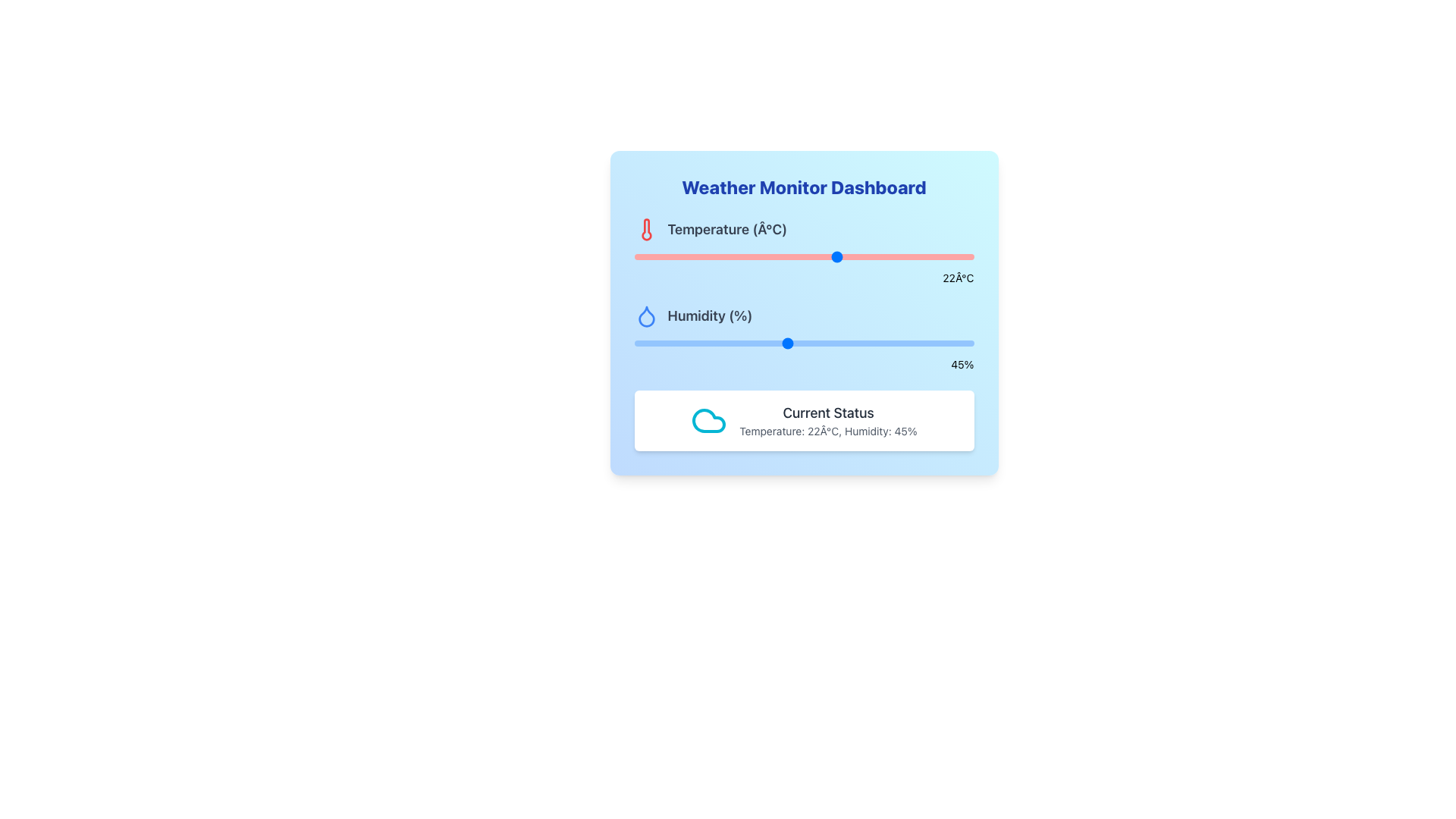  What do you see at coordinates (840, 343) in the screenshot?
I see `the humidity level` at bounding box center [840, 343].